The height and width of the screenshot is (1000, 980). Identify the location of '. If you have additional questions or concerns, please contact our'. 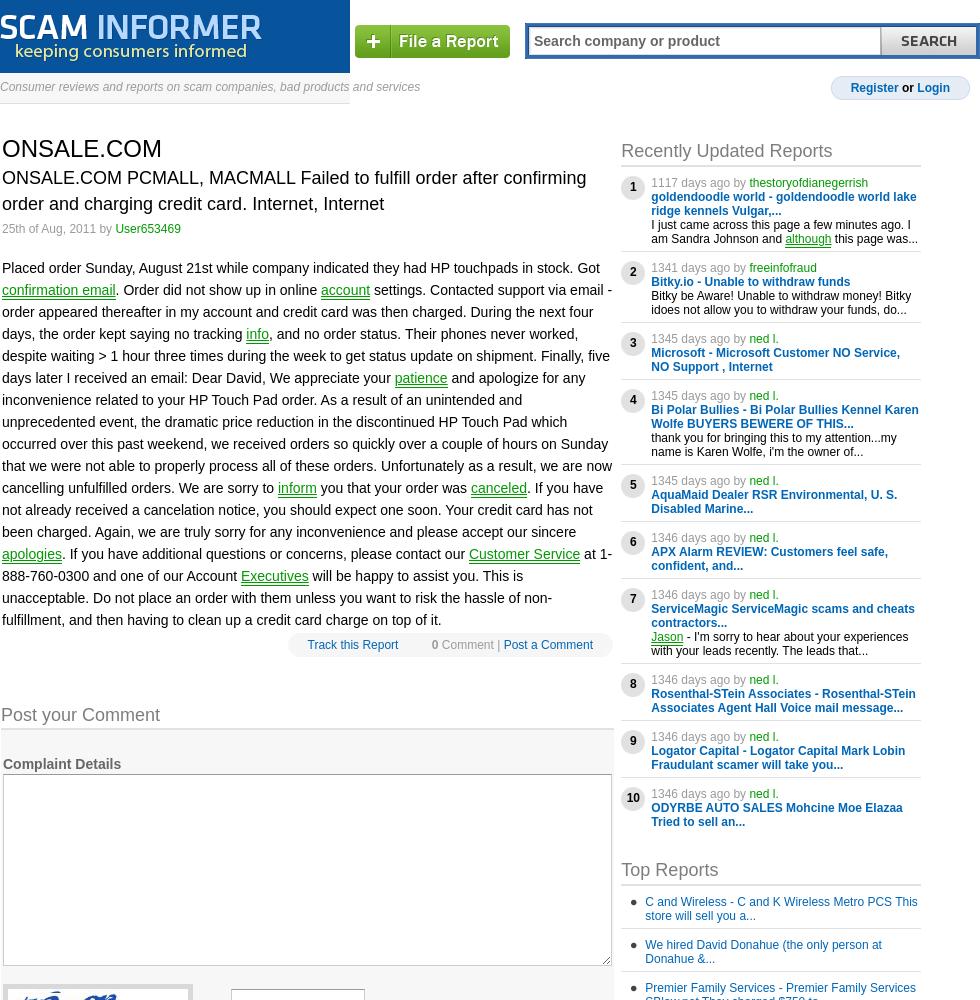
(264, 554).